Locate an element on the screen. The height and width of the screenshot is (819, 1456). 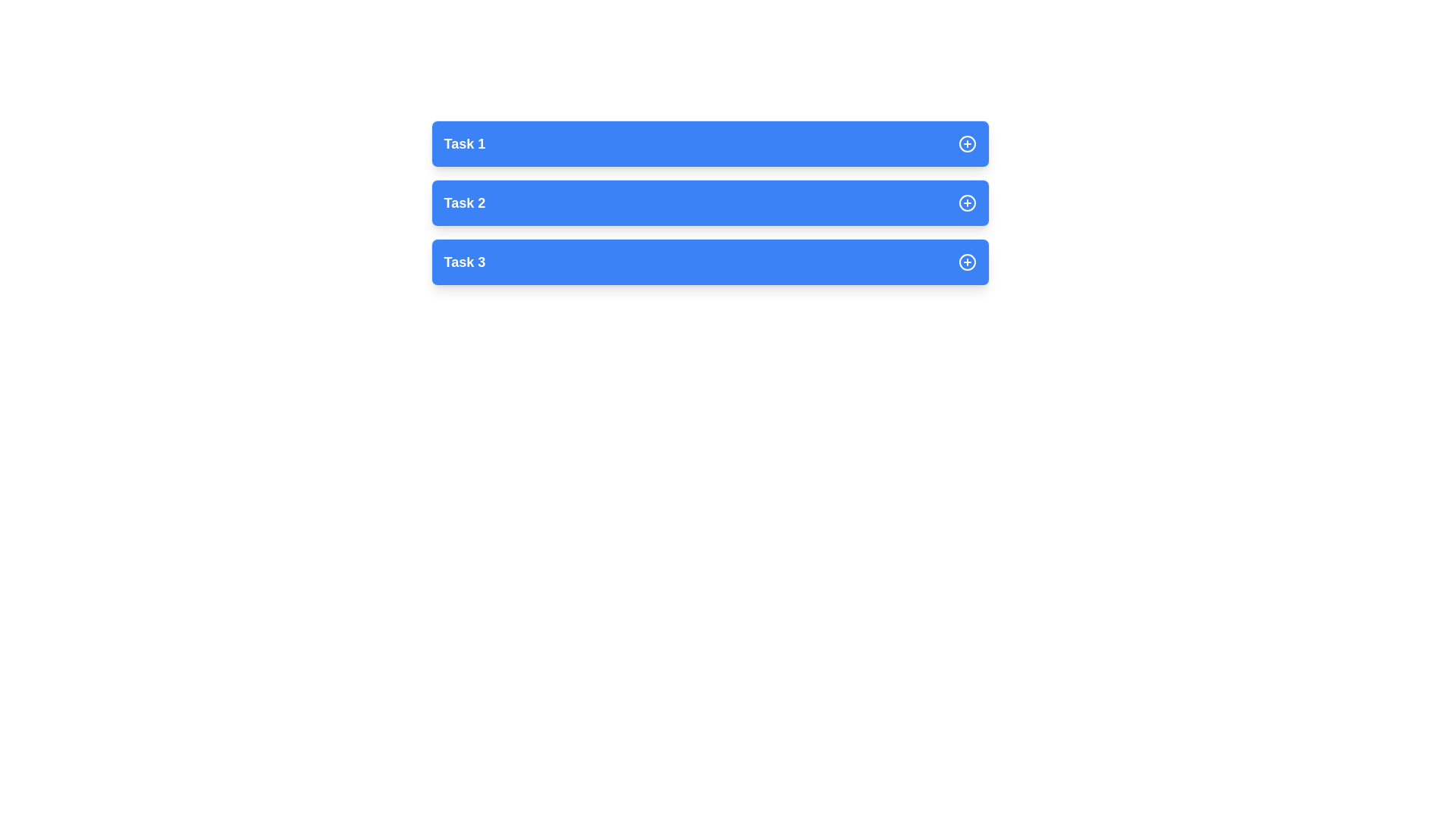
the 'Task 3' text label that identifies the associated task in the third position of a vertically stacked list of task containers is located at coordinates (463, 262).